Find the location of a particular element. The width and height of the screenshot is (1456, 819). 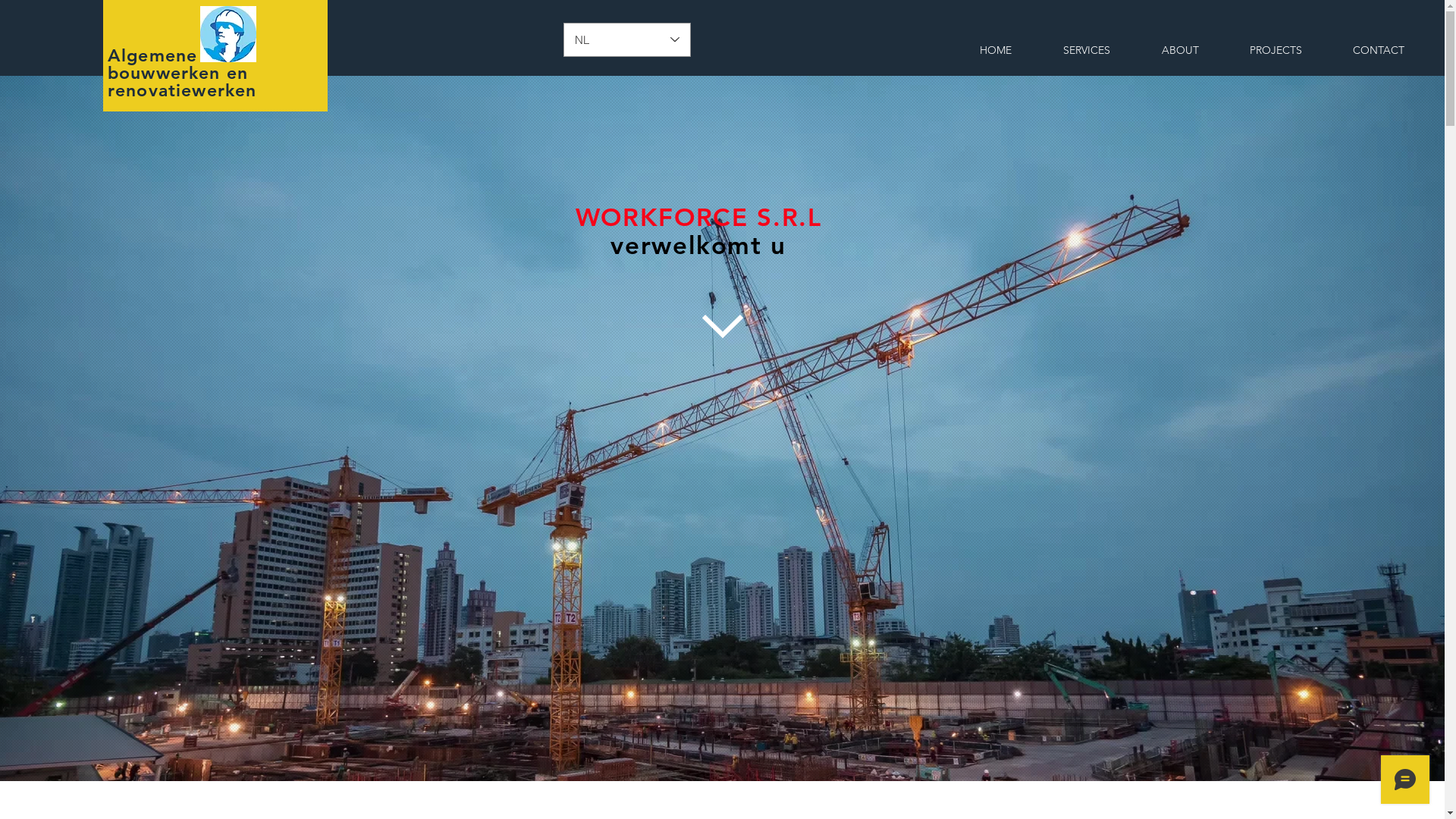

'PROJECTS' is located at coordinates (1274, 49).